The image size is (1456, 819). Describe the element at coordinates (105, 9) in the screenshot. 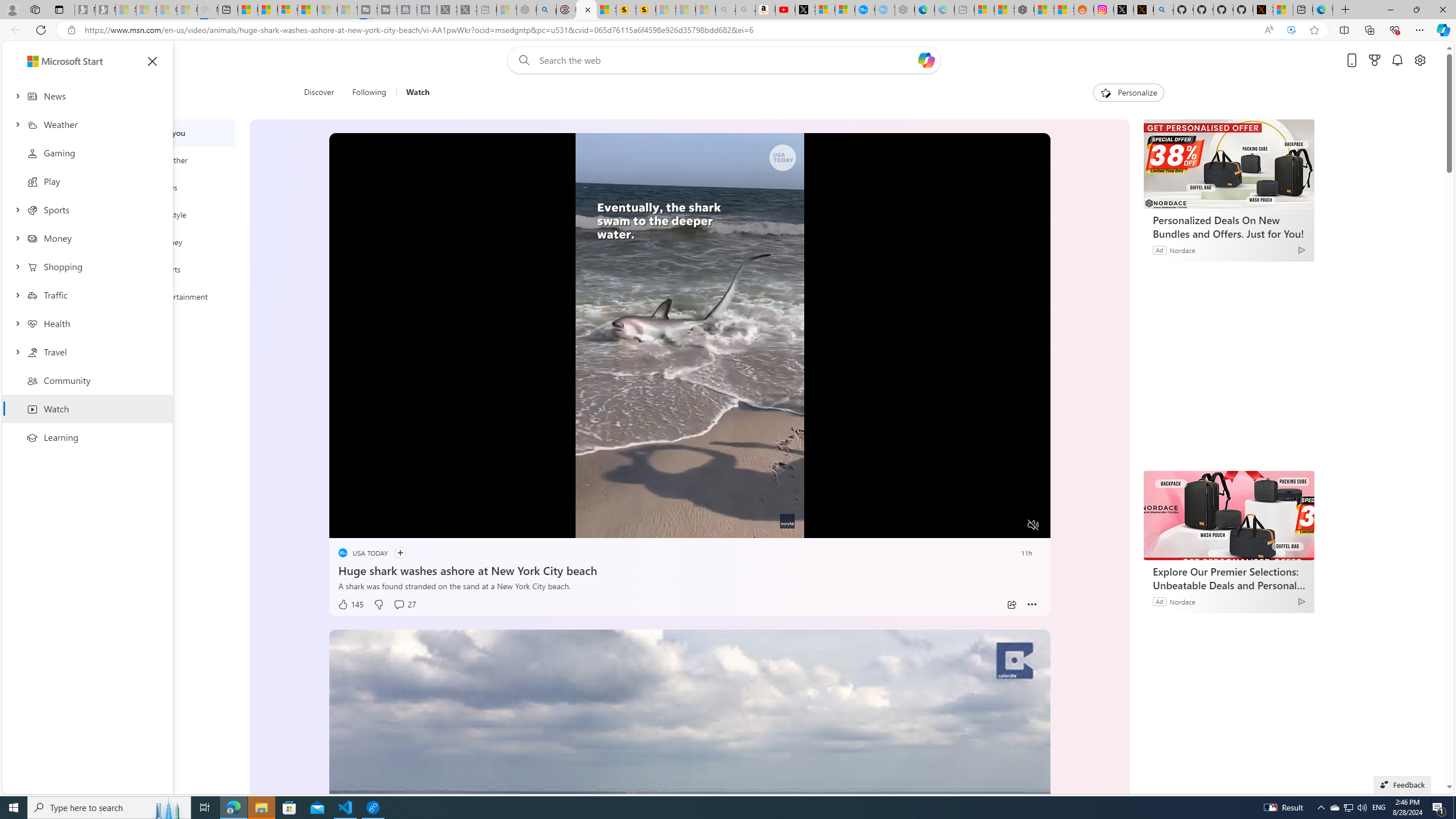

I see `'Newsletter Sign Up - Sleeping'` at that location.